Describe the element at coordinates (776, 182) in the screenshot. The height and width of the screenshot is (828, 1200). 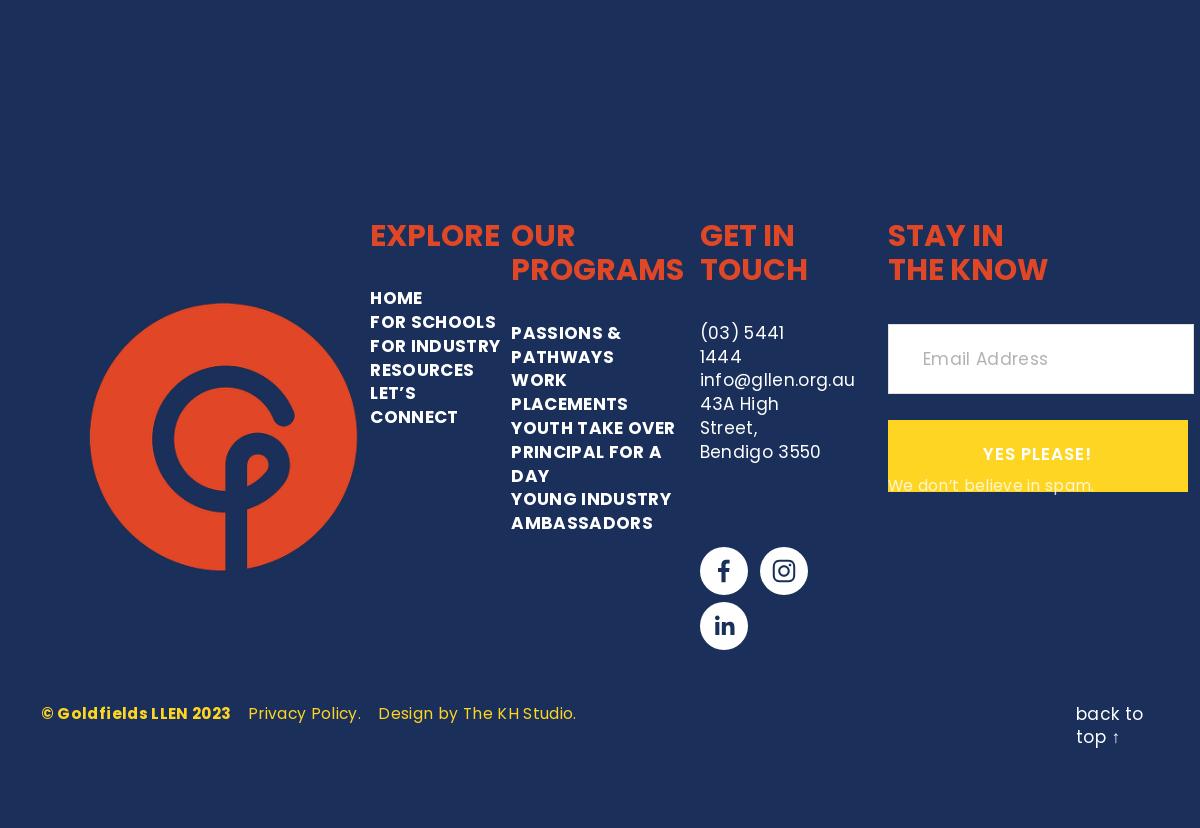
I see `'info@gllen.org.au'` at that location.